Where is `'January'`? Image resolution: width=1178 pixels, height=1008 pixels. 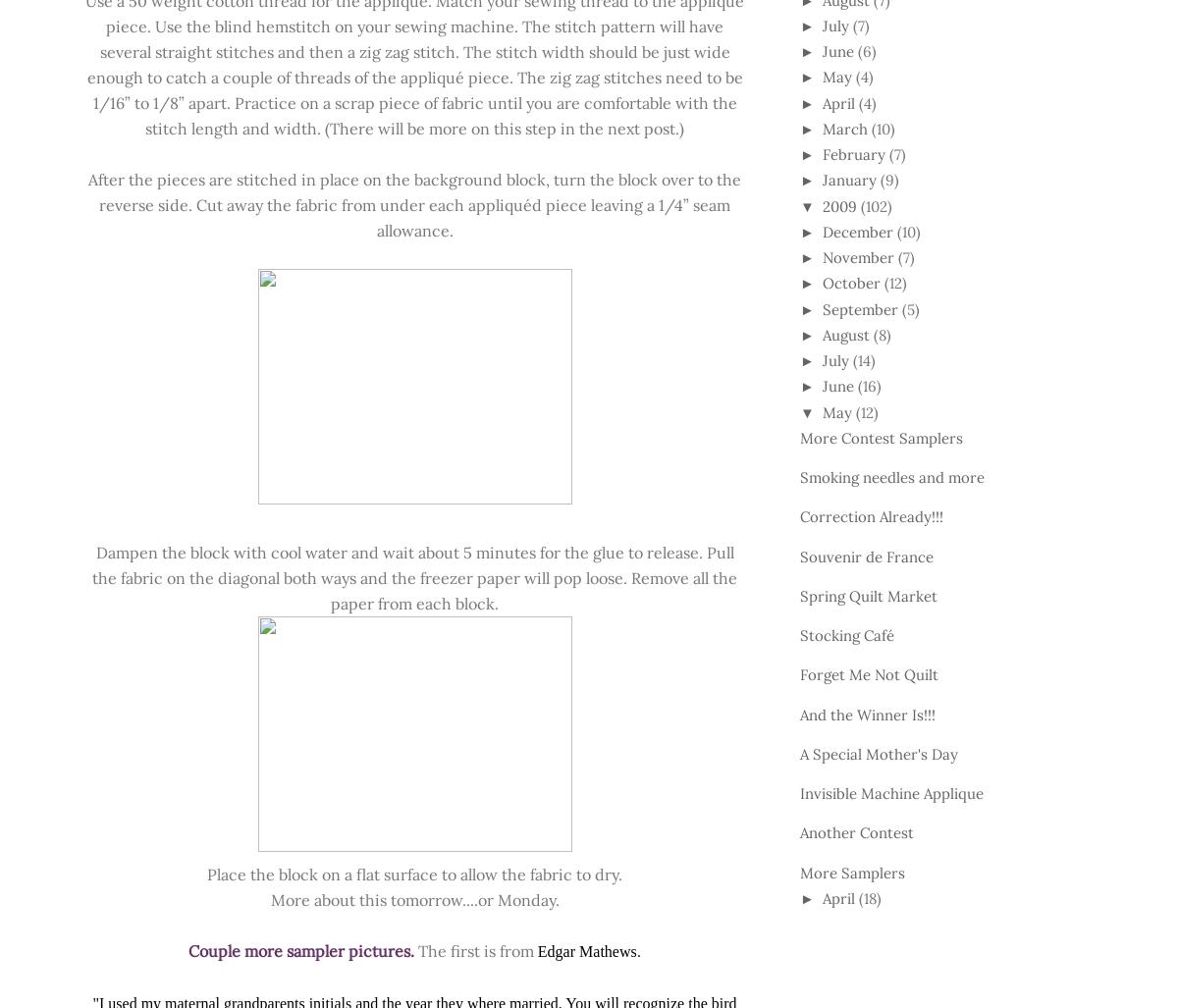 'January' is located at coordinates (847, 179).